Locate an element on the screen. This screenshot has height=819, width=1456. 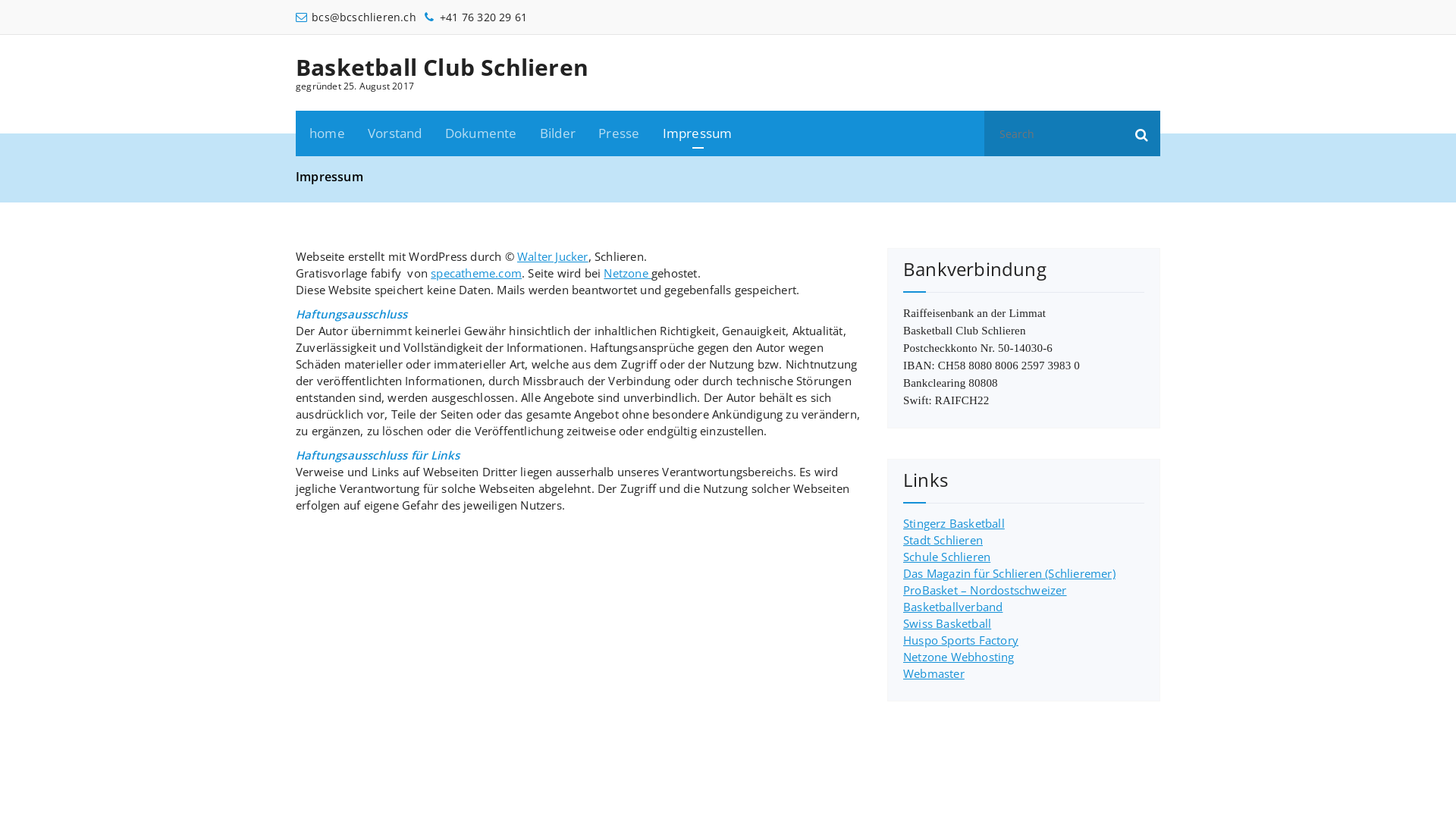
'Netzone' is located at coordinates (627, 271).